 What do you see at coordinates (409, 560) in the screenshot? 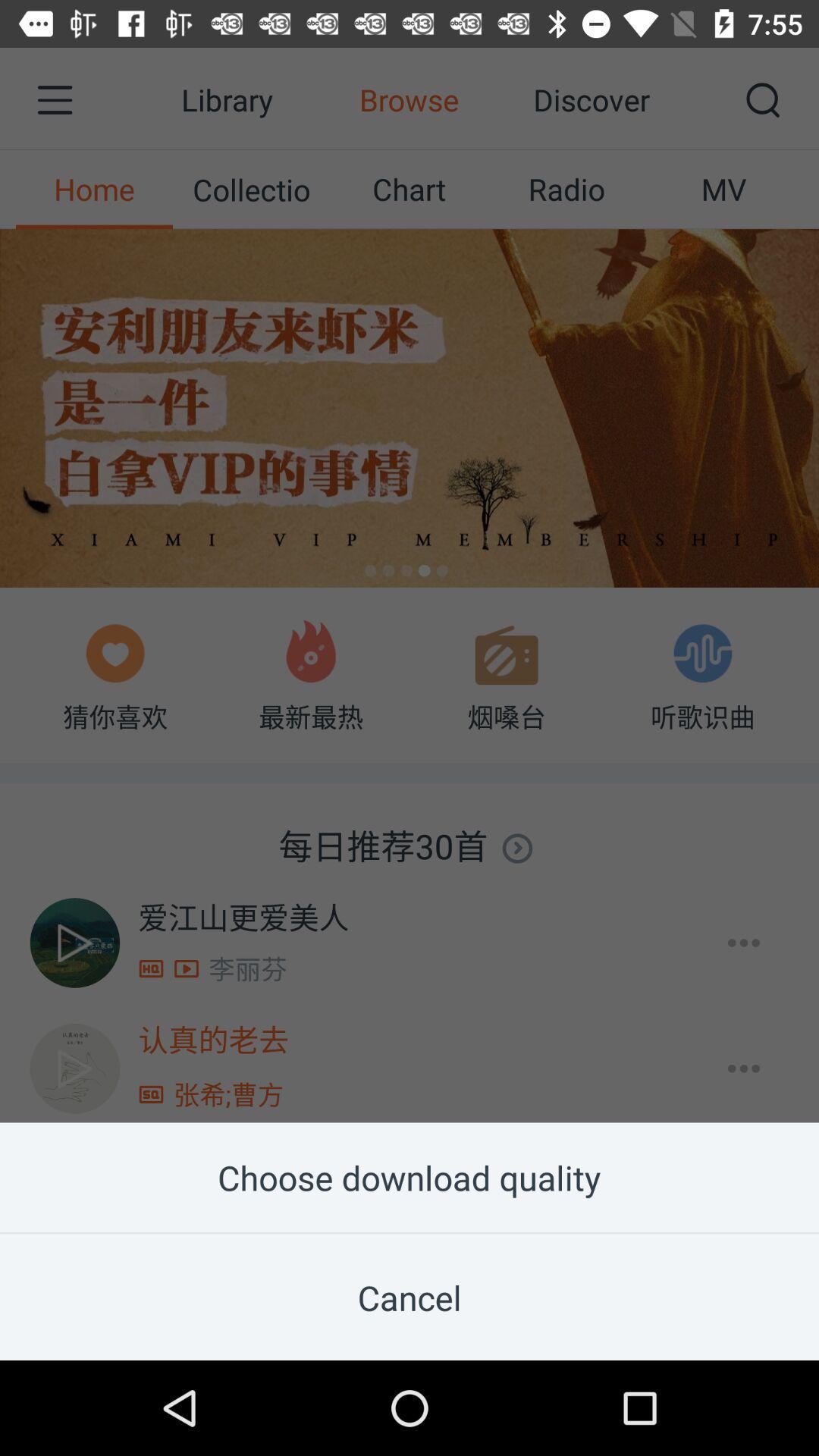
I see `icon above choose download quality app` at bounding box center [409, 560].